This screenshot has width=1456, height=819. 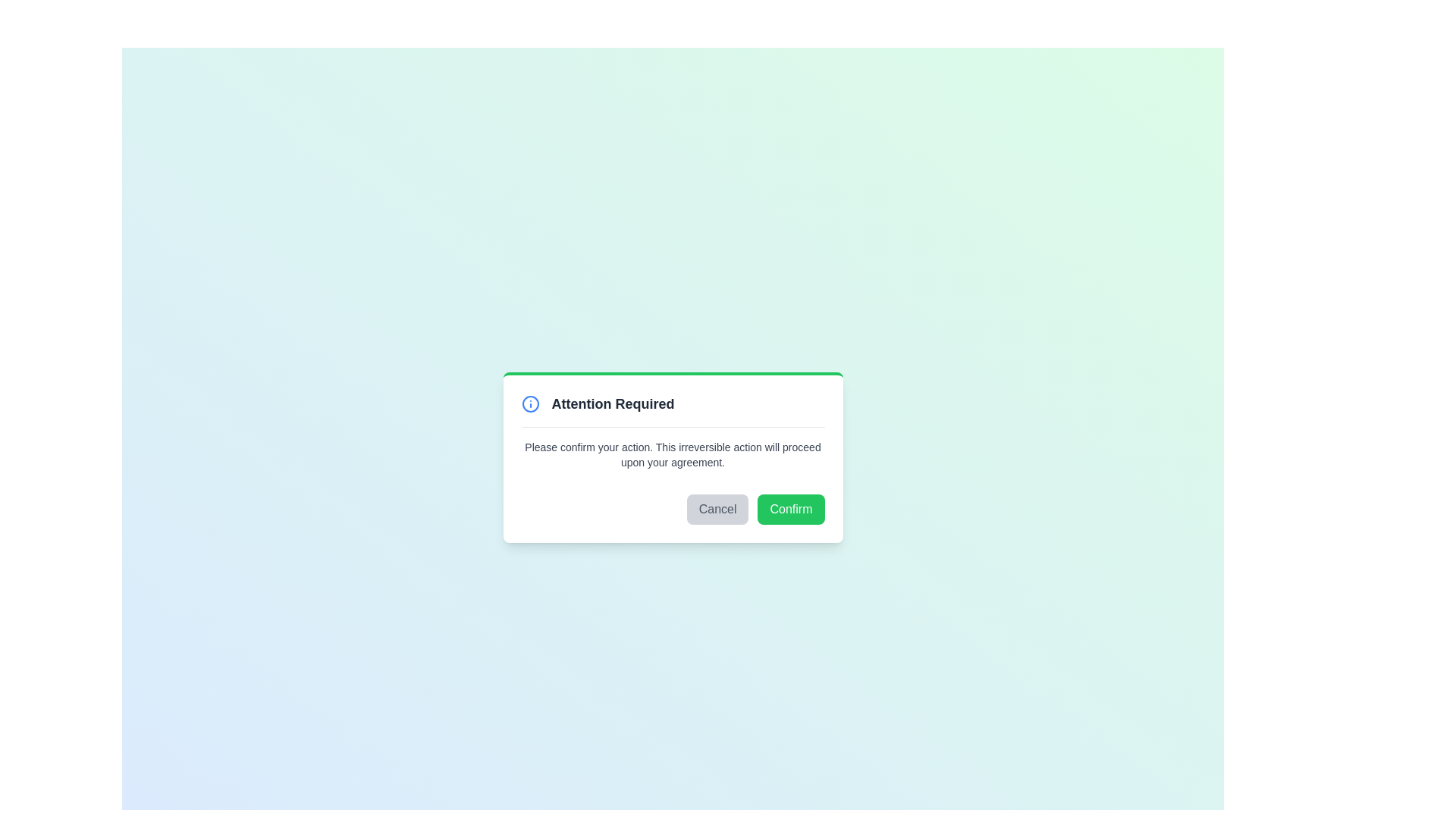 I want to click on the 'Cancel' button located at the bottom-left of the confirmation dialog, so click(x=717, y=509).